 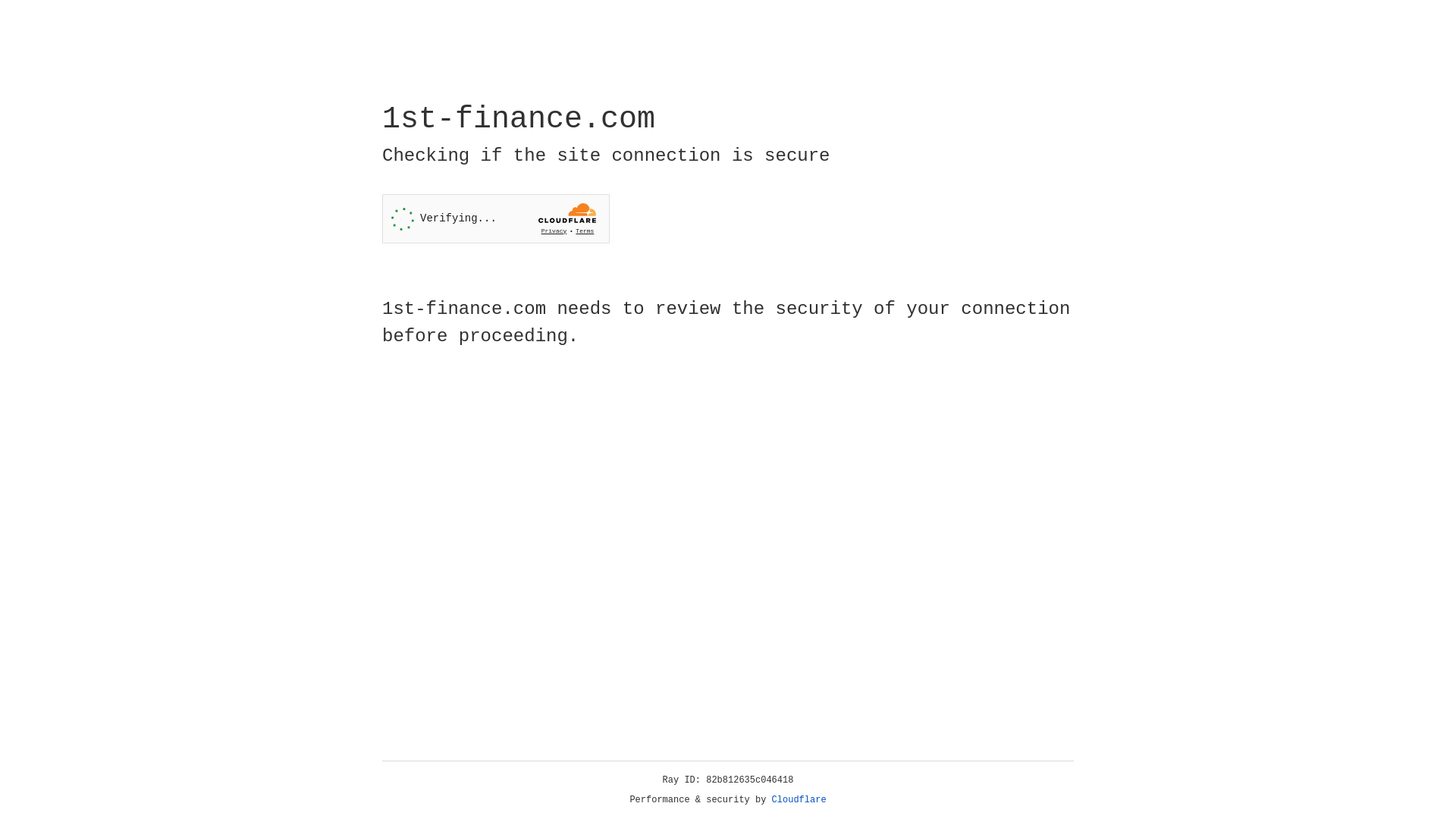 What do you see at coordinates (799, 799) in the screenshot?
I see `'Cloudflare'` at bounding box center [799, 799].